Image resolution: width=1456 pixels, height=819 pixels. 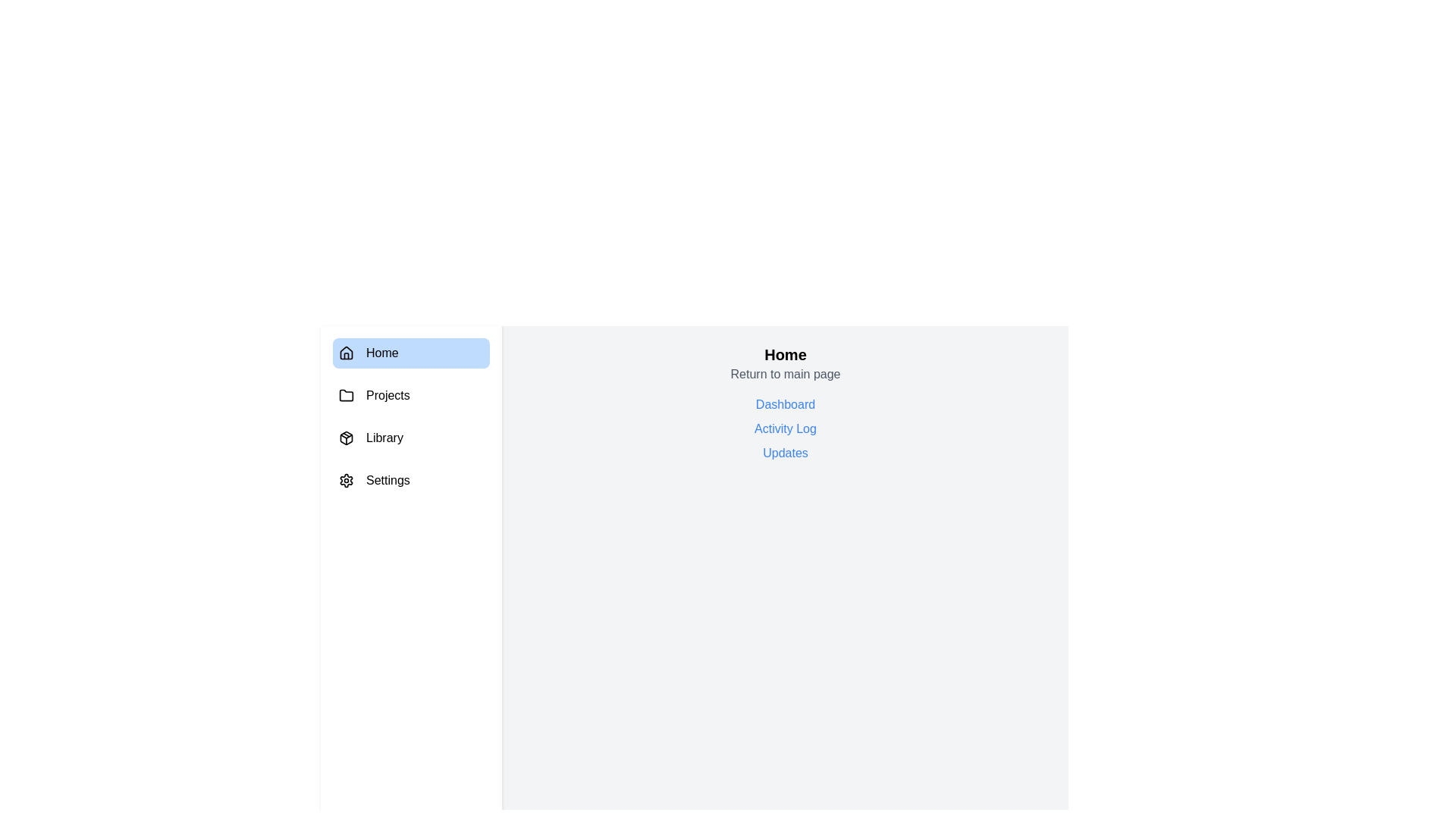 What do you see at coordinates (388, 394) in the screenshot?
I see `the 'Projects' text label in the left sidebar, which is positioned below the 'Home' section and to the right of a folder icon` at bounding box center [388, 394].